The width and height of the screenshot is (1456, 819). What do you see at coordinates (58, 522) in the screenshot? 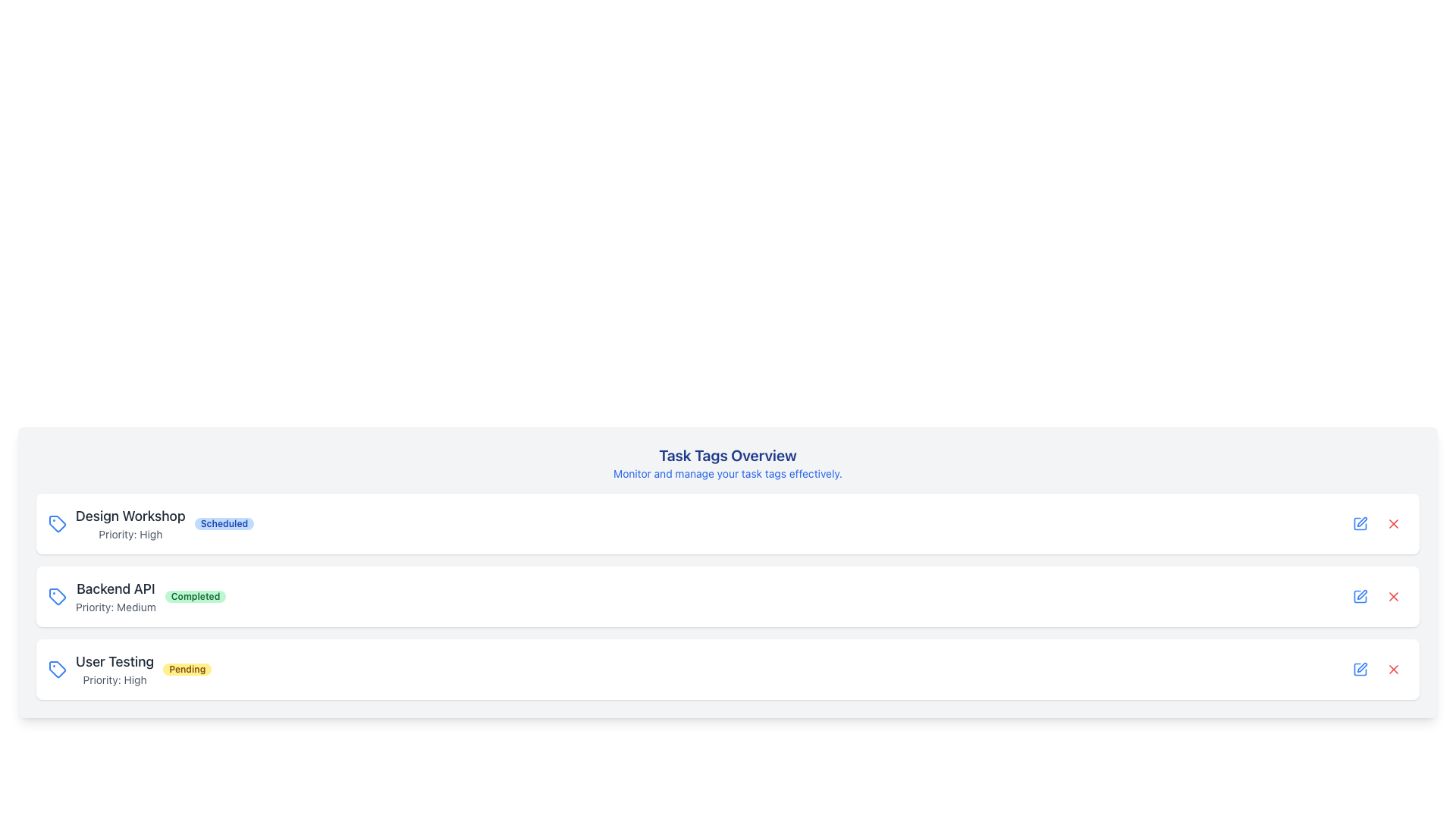
I see `the blue SVG icon resembling a tag on the left of the 'Design Workshop' task item` at bounding box center [58, 522].